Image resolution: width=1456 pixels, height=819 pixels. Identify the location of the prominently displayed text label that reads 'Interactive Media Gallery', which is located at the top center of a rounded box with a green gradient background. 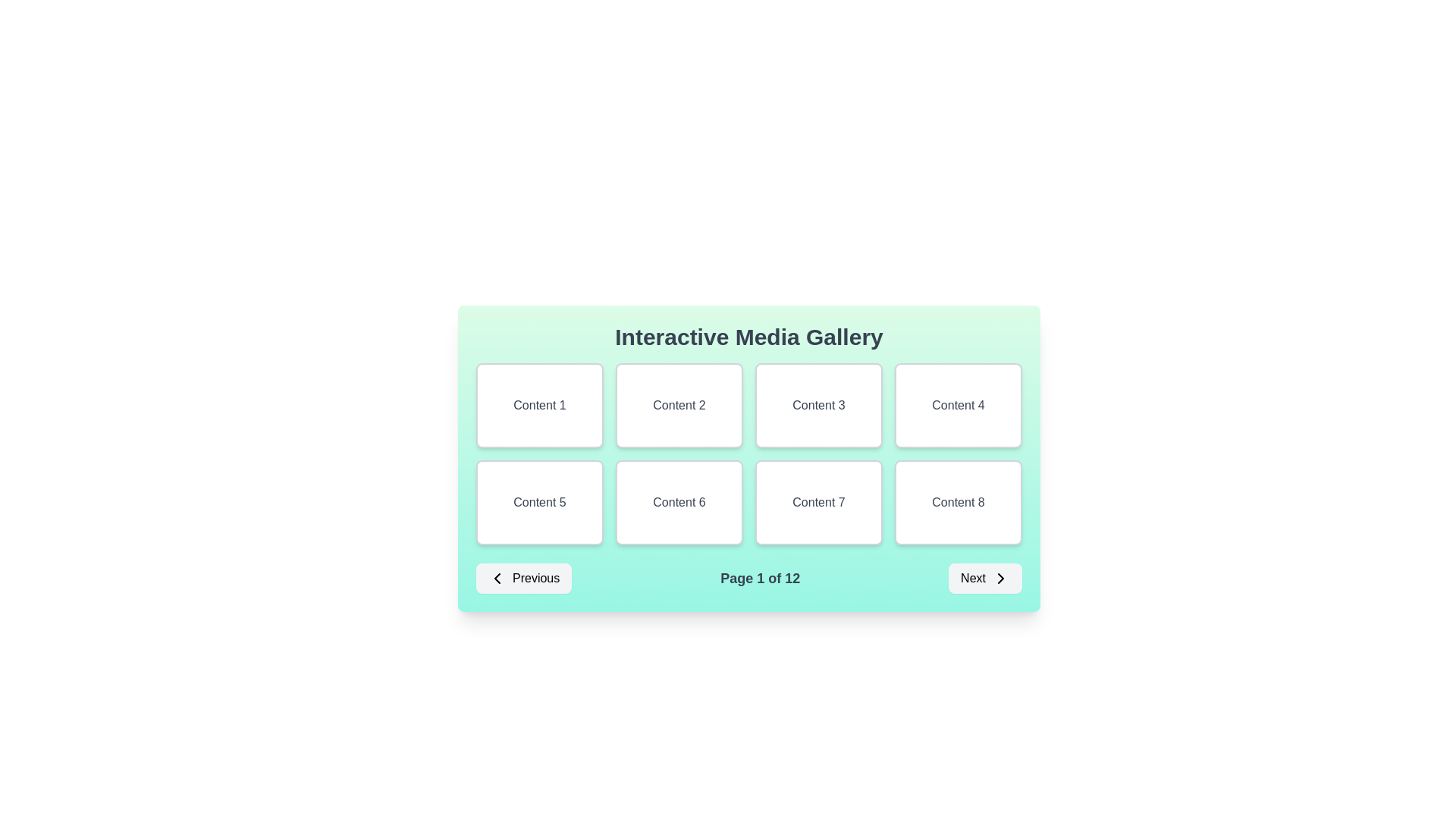
(749, 336).